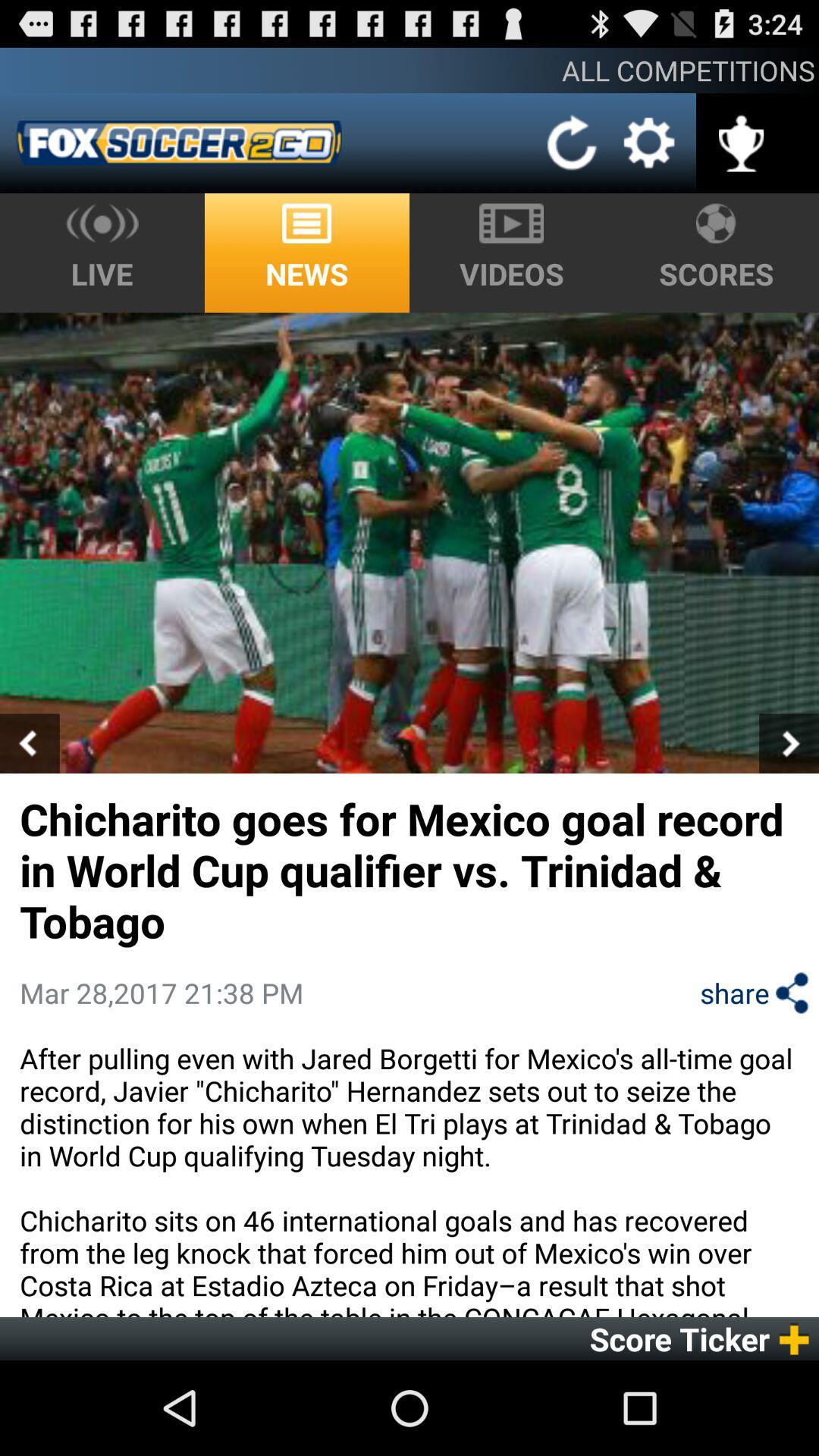 This screenshot has width=819, height=1456. What do you see at coordinates (409, 1178) in the screenshot?
I see `icon above score ticker app` at bounding box center [409, 1178].